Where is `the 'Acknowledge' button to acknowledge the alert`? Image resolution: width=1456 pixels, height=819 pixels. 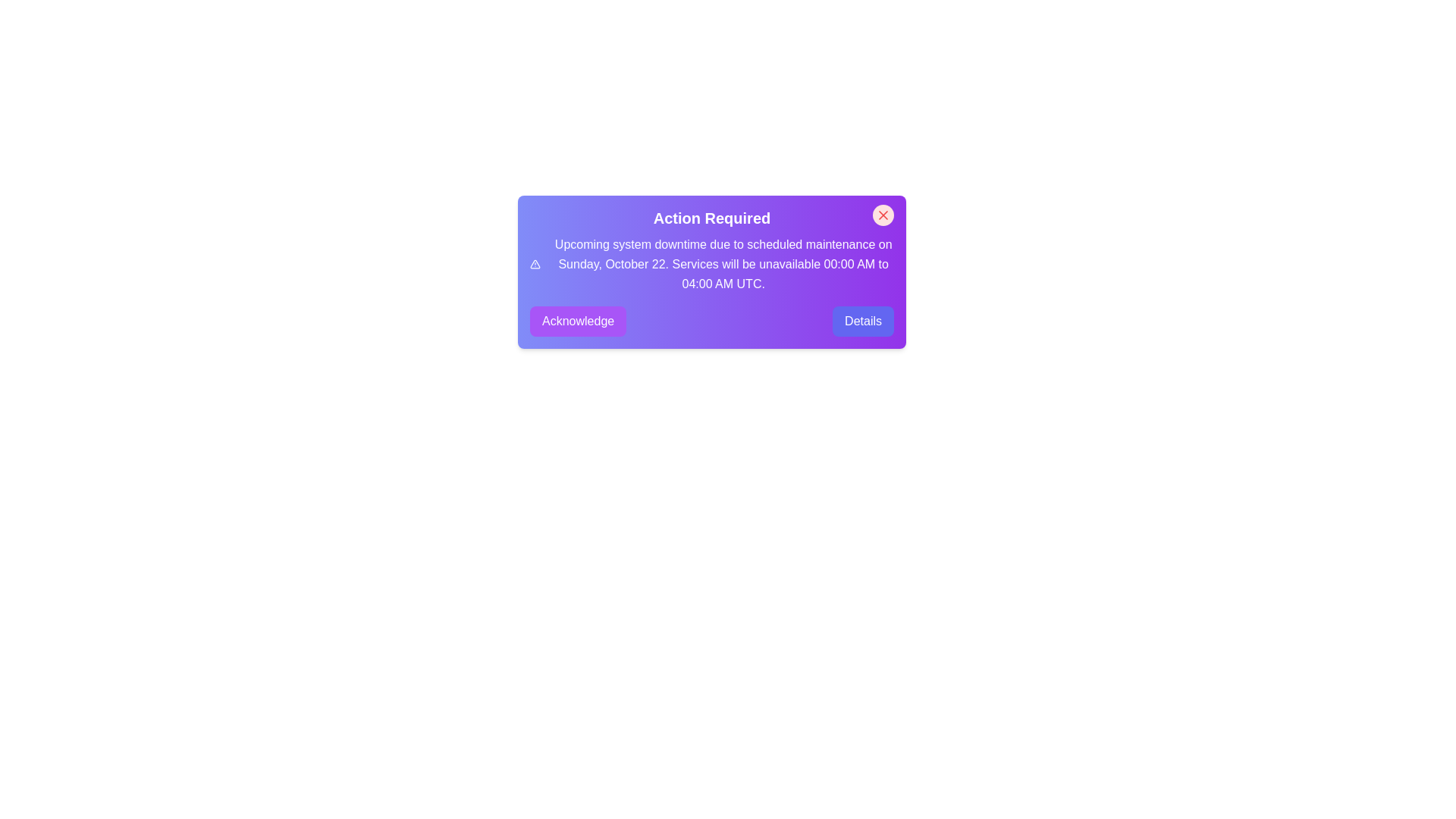 the 'Acknowledge' button to acknowledge the alert is located at coordinates (577, 321).